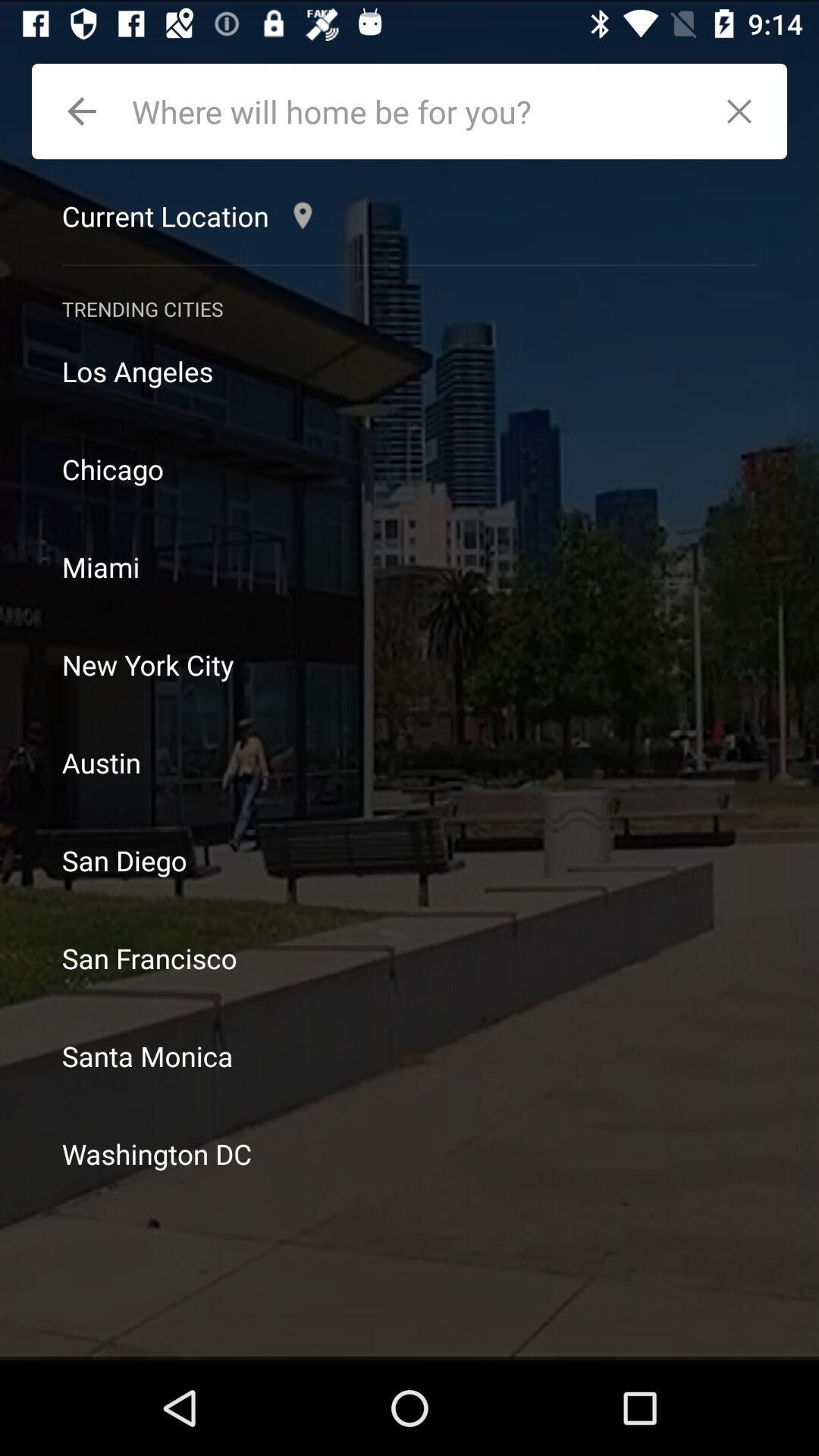 The image size is (819, 1456). What do you see at coordinates (409, 371) in the screenshot?
I see `los angeles` at bounding box center [409, 371].